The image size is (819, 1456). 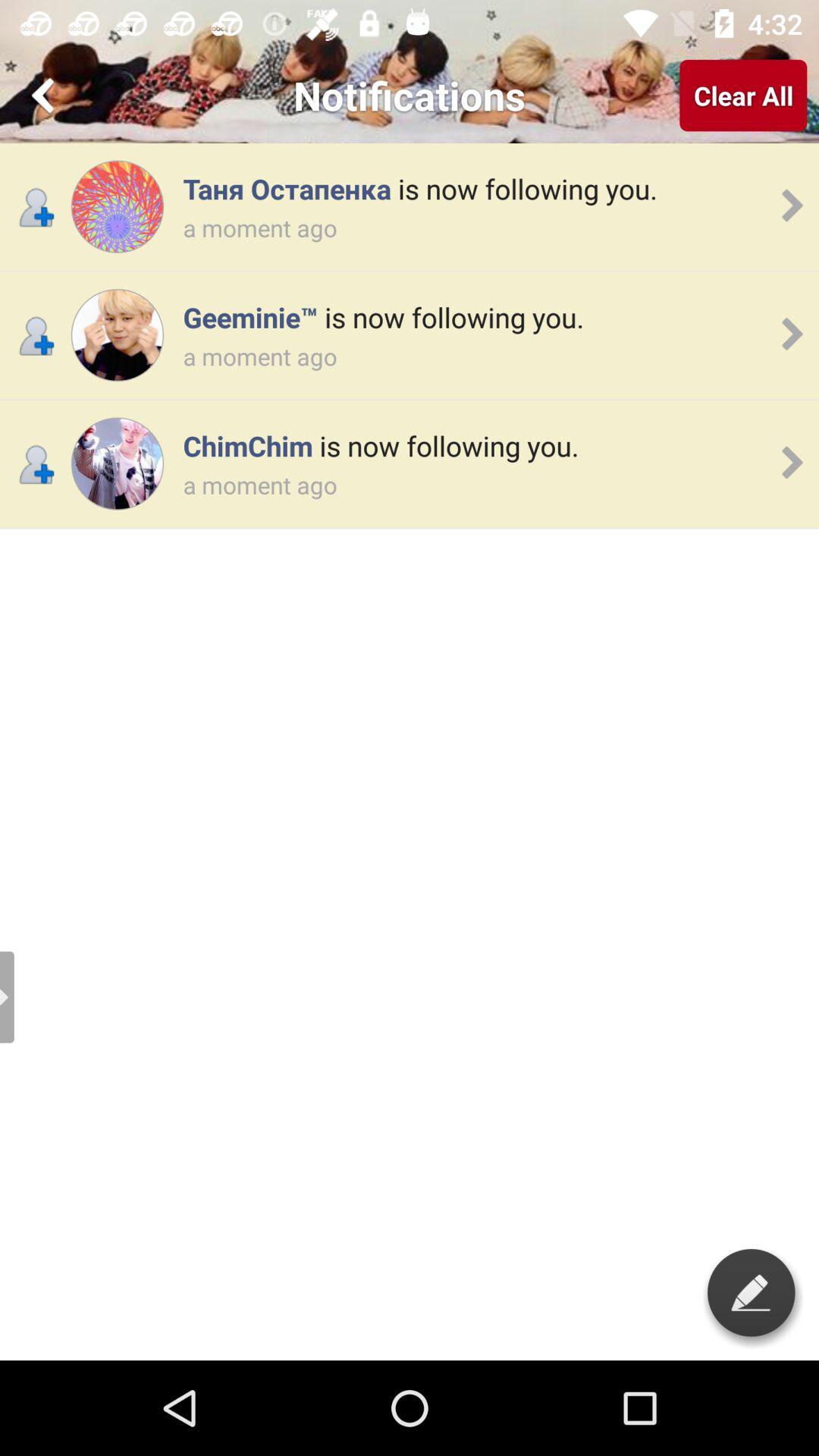 I want to click on a profile, so click(x=116, y=206).